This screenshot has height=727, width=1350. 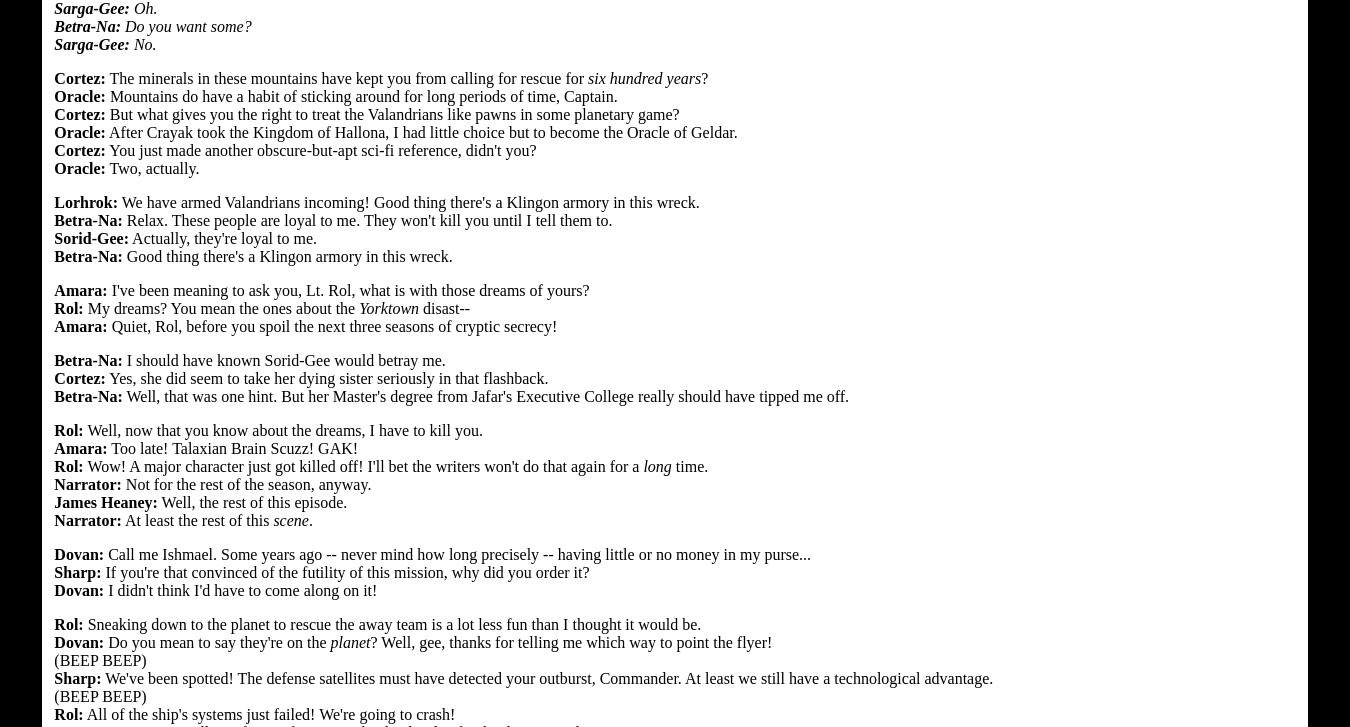 I want to click on 'James Heaney:', so click(x=104, y=500).